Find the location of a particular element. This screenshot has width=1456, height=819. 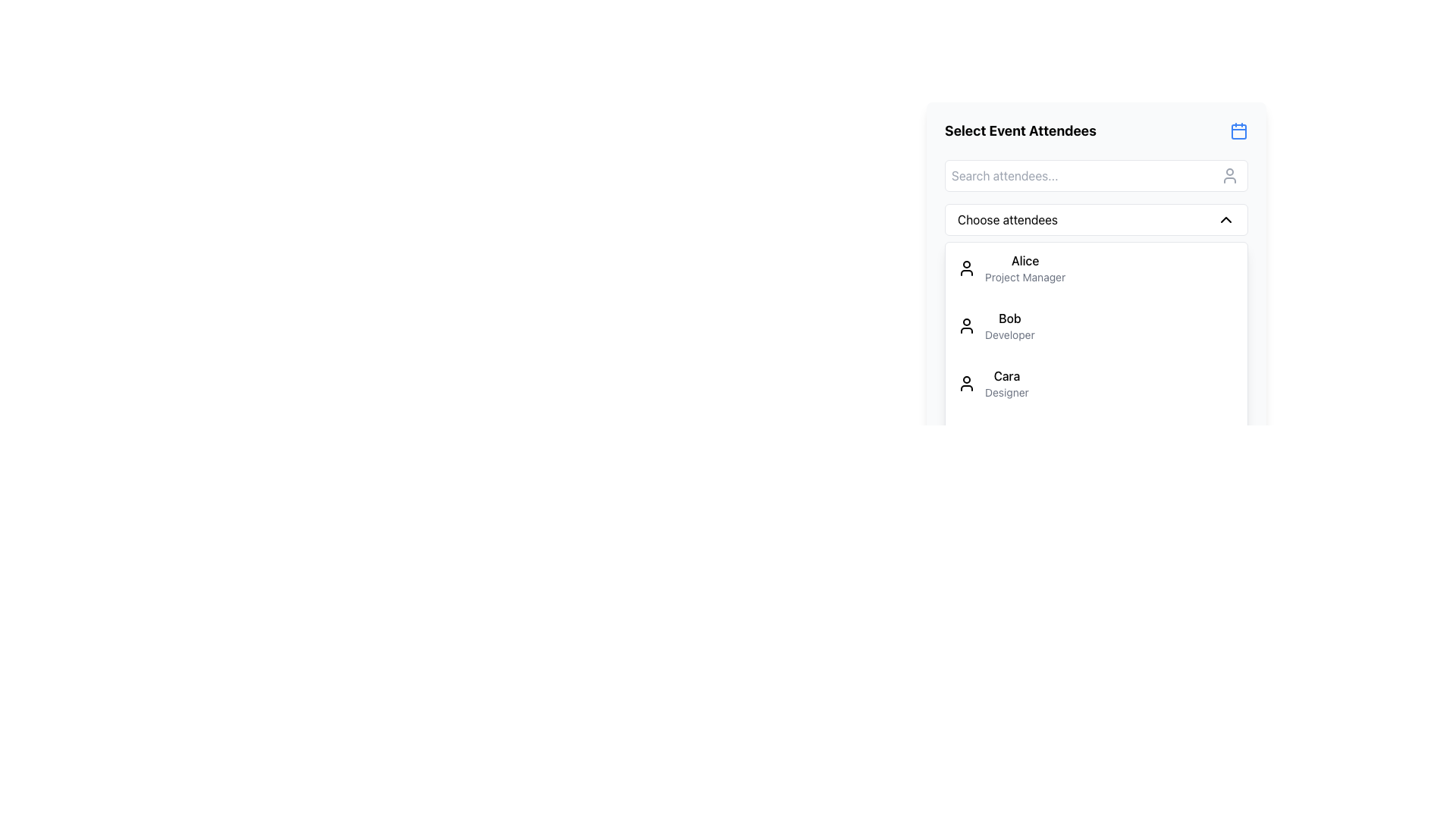

the text label that reads 'Select Event Attendees', which is prominently styled in bold and located at the top of the panel interface is located at coordinates (1020, 130).